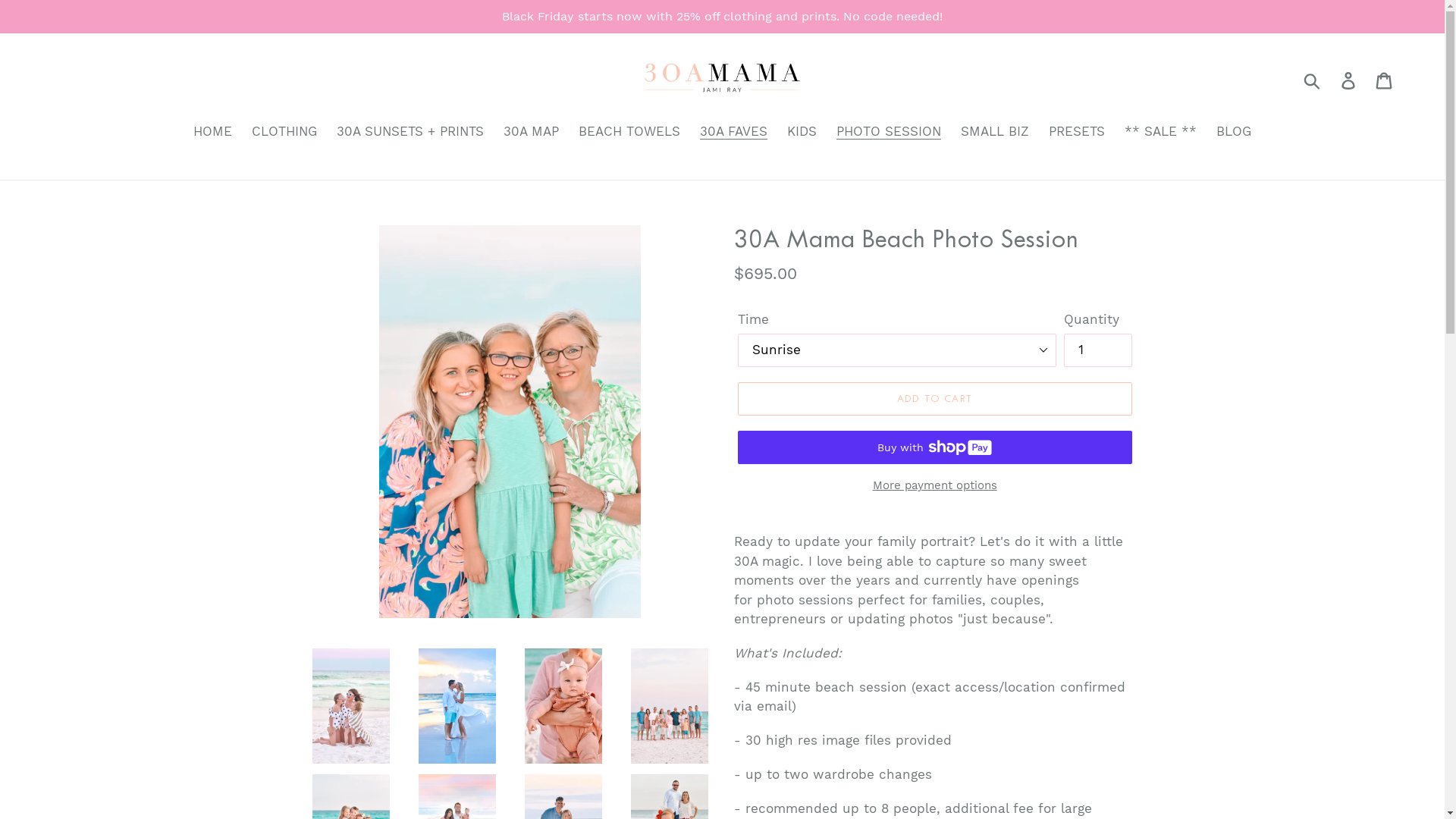 Image resolution: width=1456 pixels, height=819 pixels. I want to click on 'ADD TO CART', so click(934, 397).